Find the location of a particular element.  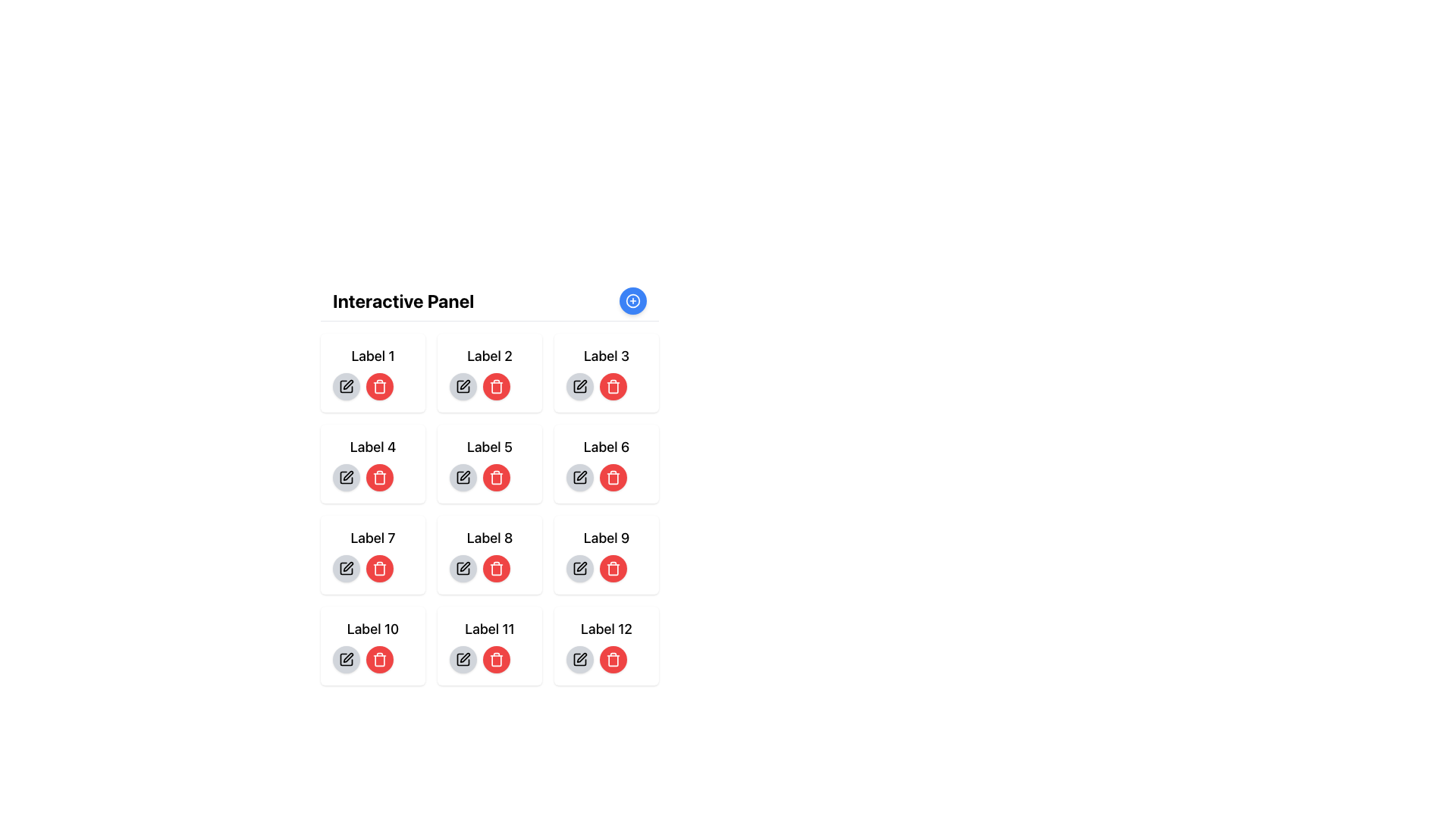

the circular red delete button with a white trash can icon located in the second row of the grid under the 'Interactive Panel' heading to trigger a UI response is located at coordinates (496, 385).